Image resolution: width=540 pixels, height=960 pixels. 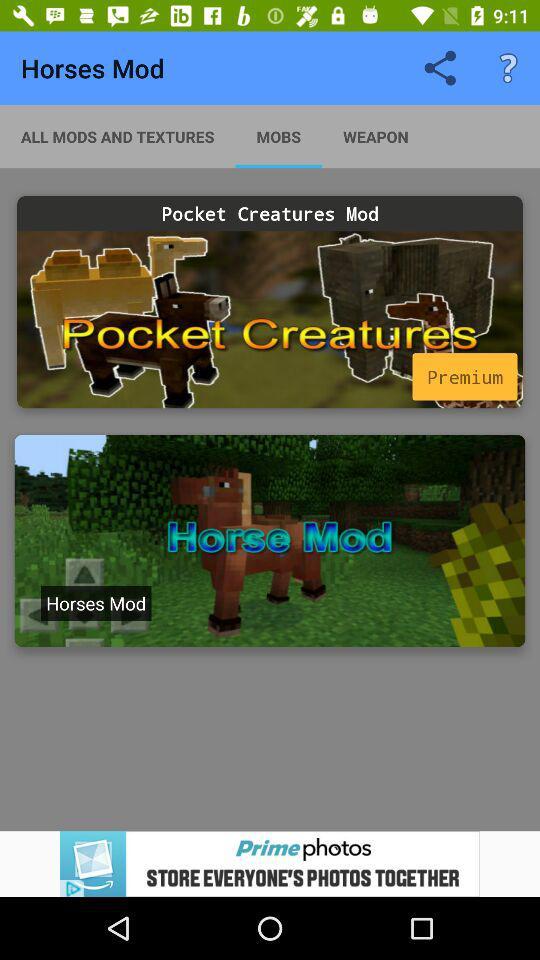 I want to click on picture option, so click(x=270, y=541).